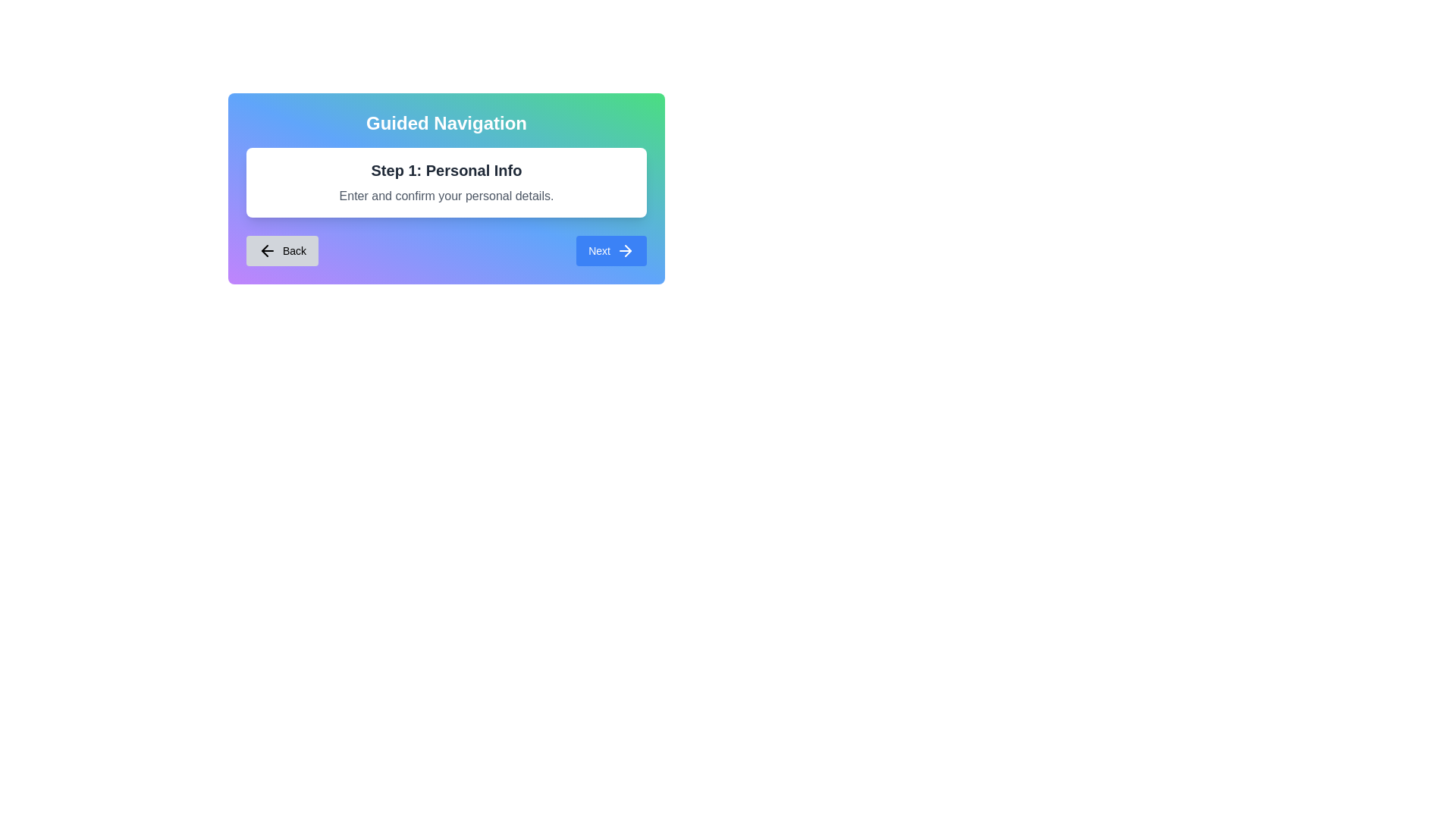 The height and width of the screenshot is (819, 1456). Describe the element at coordinates (282, 250) in the screenshot. I see `the 'Back' button to navigate to the previous step` at that location.